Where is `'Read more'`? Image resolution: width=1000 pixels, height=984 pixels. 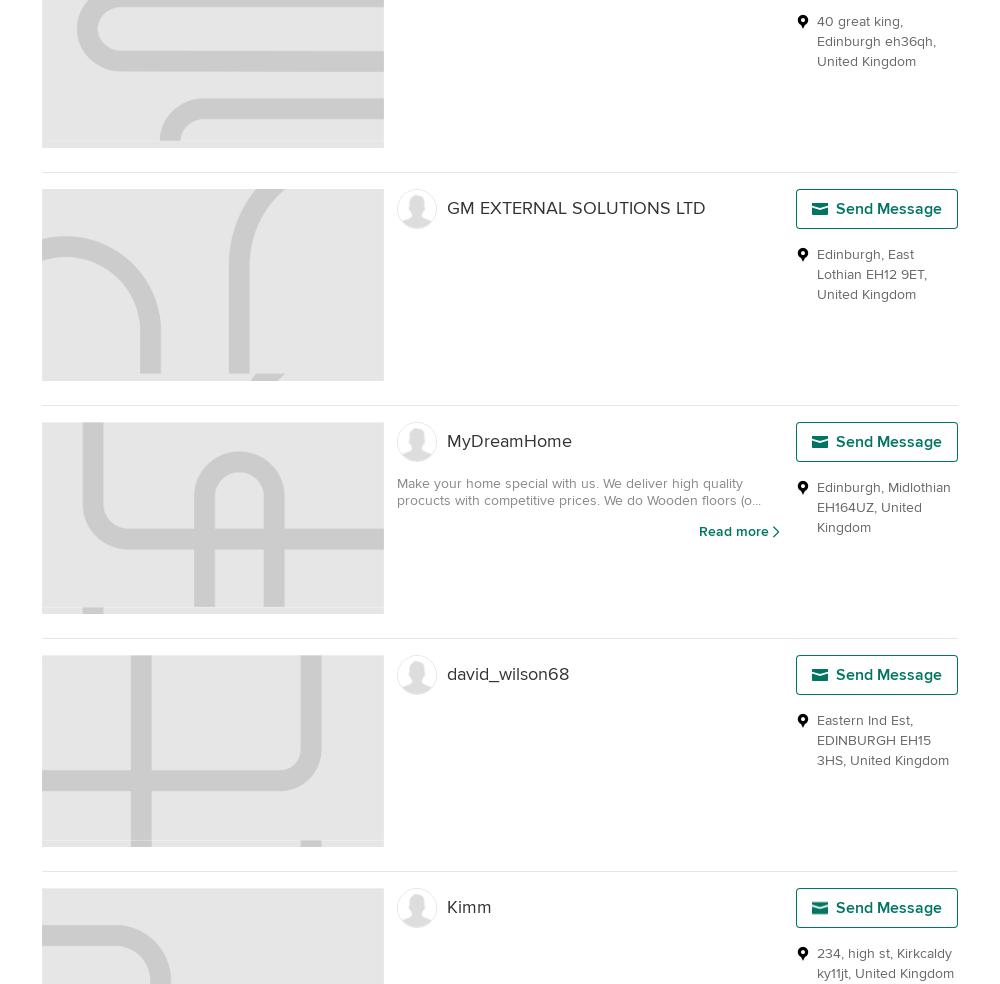 'Read more' is located at coordinates (733, 529).